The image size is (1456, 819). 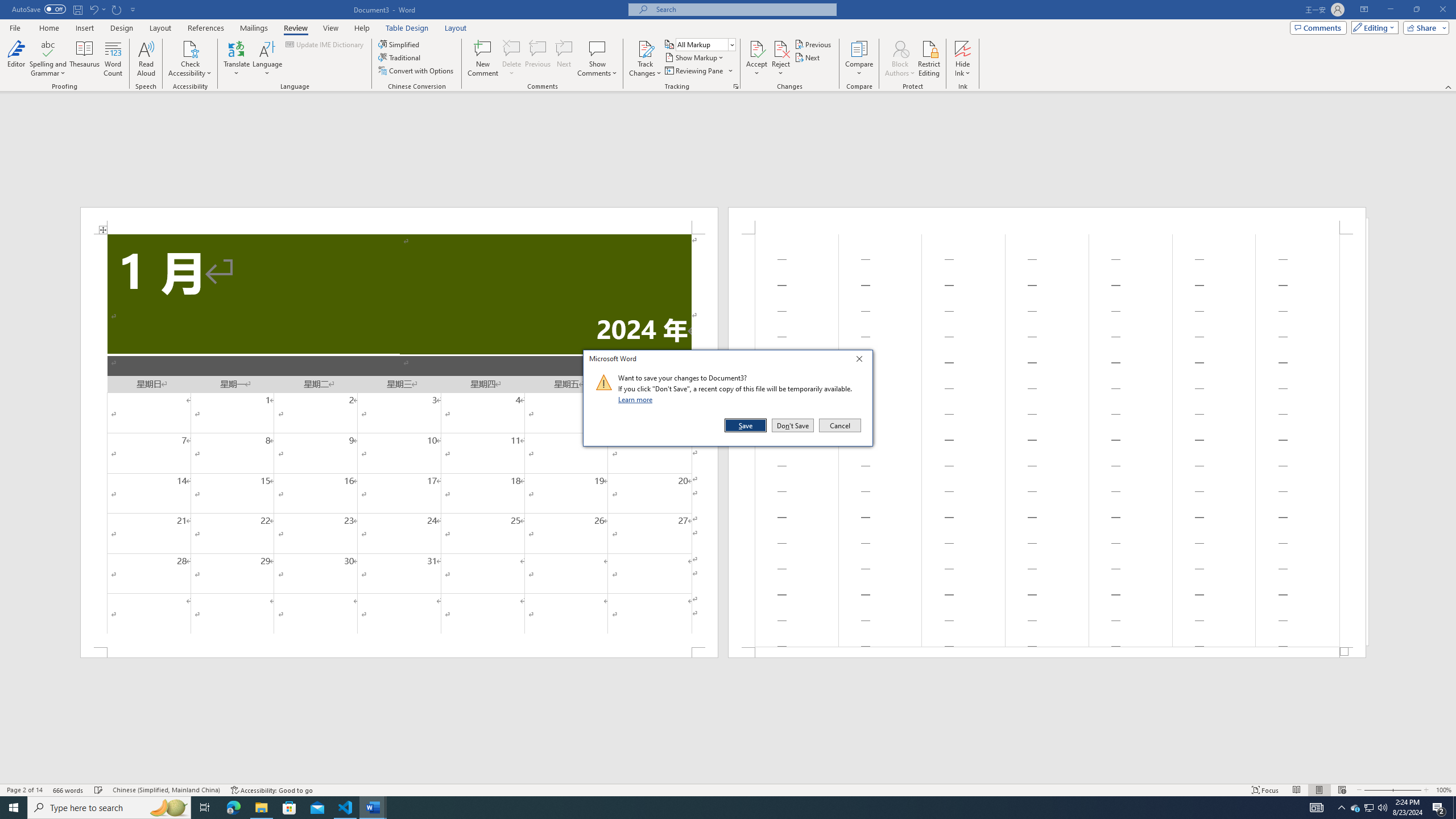 I want to click on 'Spelling and Grammar', so click(x=48, y=48).